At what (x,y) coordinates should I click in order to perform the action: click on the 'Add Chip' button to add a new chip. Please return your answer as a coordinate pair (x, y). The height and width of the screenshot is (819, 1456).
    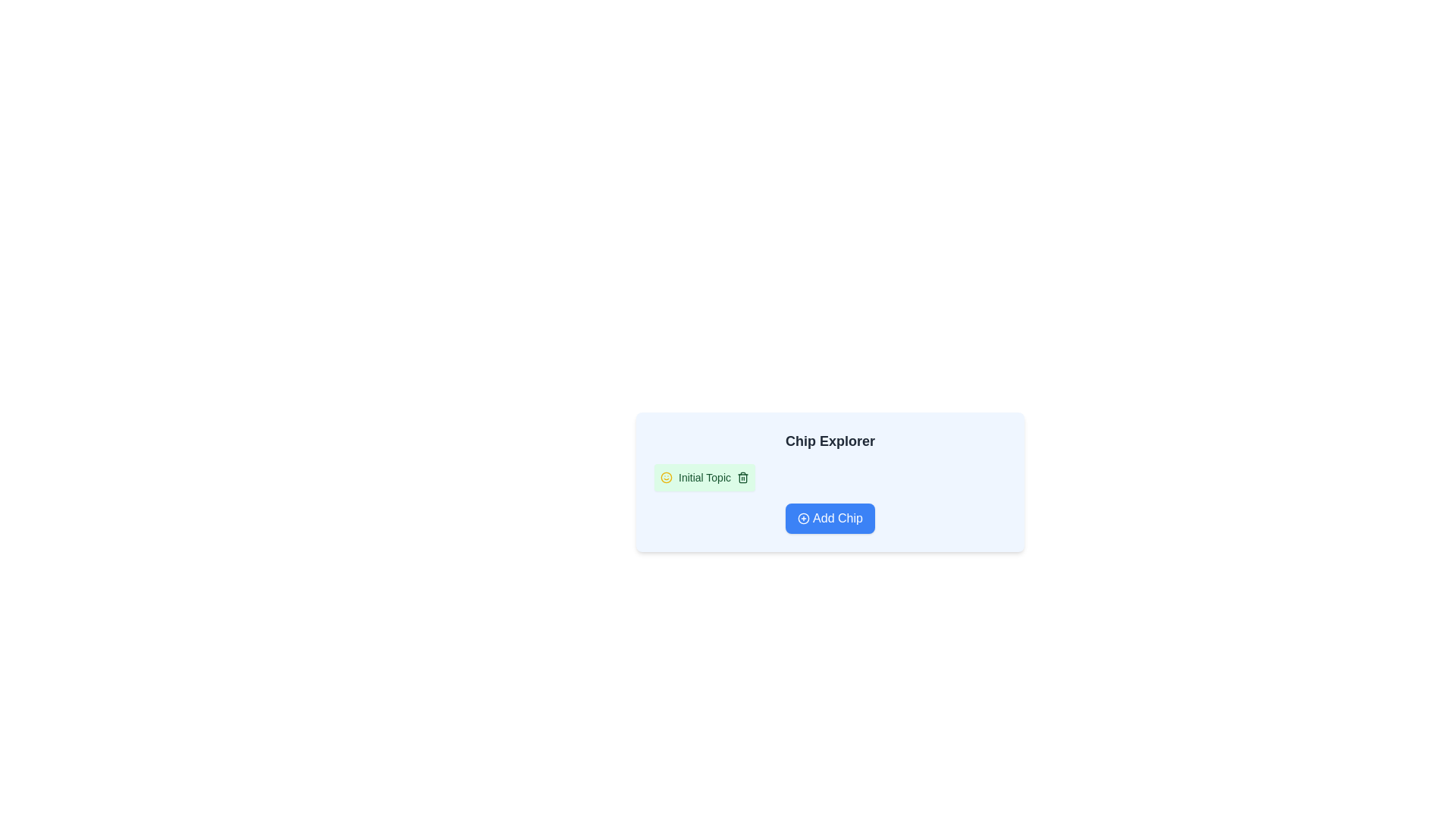
    Looking at the image, I should click on (829, 517).